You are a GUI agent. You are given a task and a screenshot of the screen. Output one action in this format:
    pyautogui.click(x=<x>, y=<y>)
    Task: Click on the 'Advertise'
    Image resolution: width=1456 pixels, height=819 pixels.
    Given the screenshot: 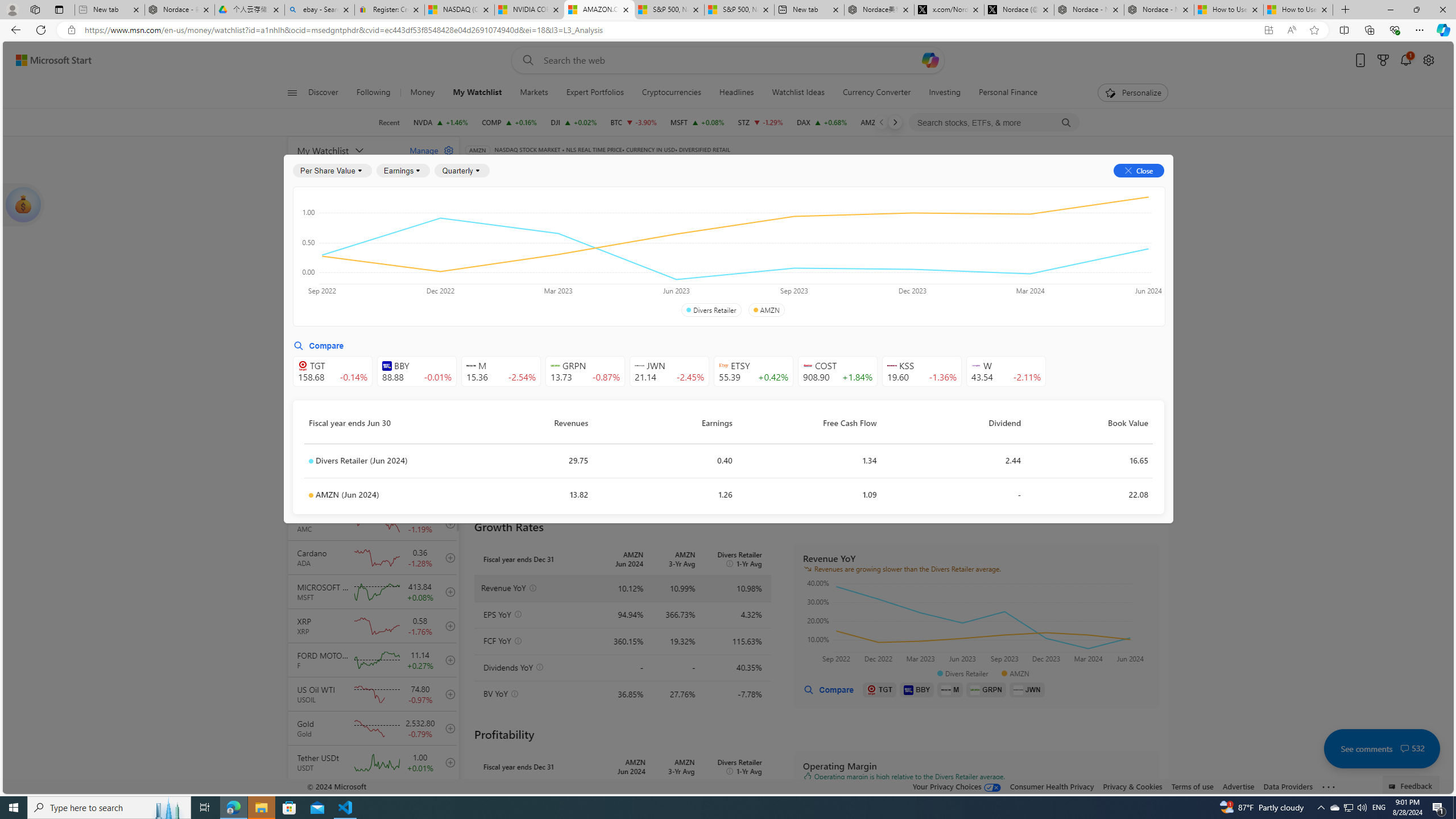 What is the action you would take?
    pyautogui.click(x=1238, y=786)
    